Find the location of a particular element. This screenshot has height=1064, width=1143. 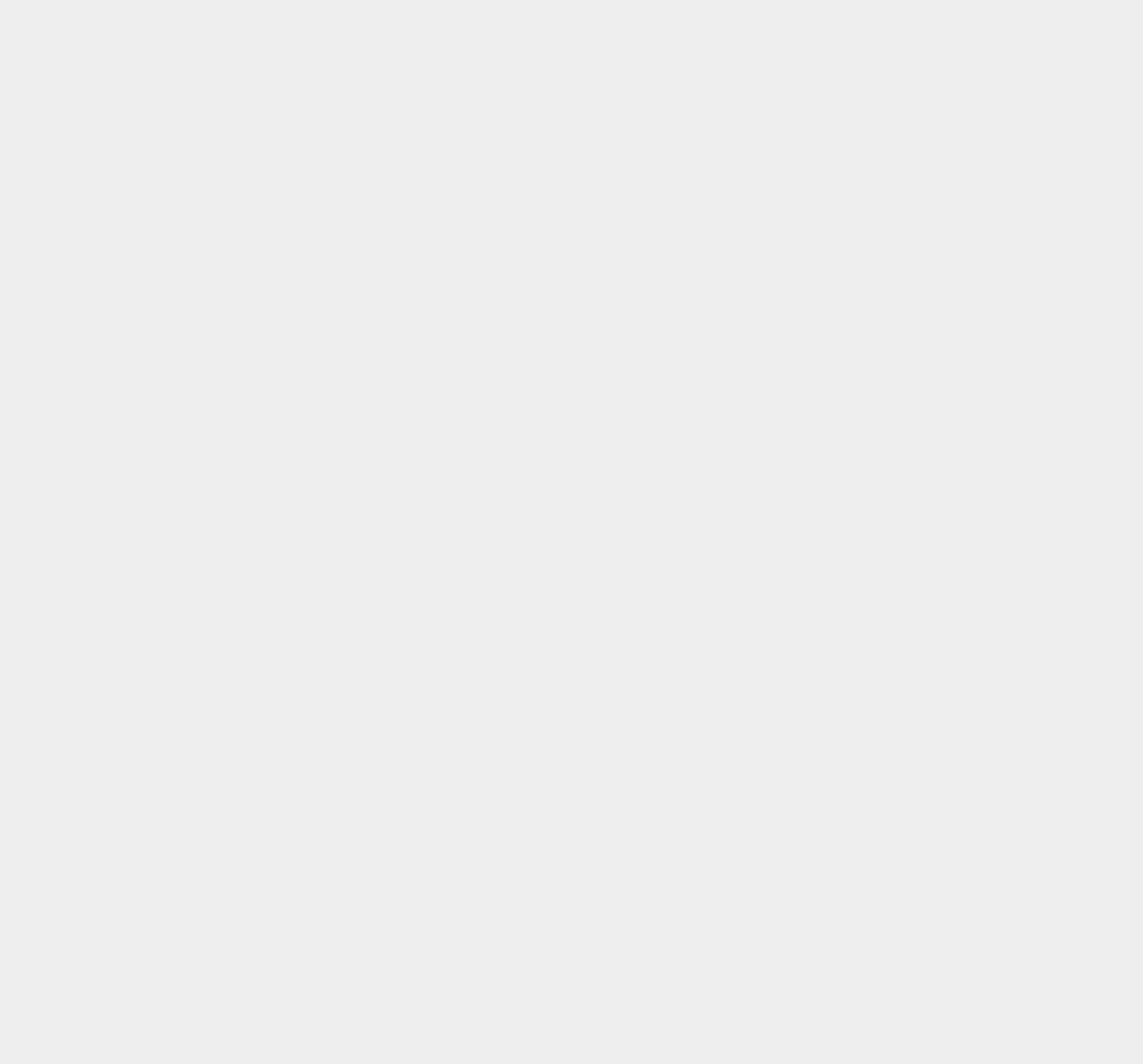

'iPhone 5C' is located at coordinates (838, 114).